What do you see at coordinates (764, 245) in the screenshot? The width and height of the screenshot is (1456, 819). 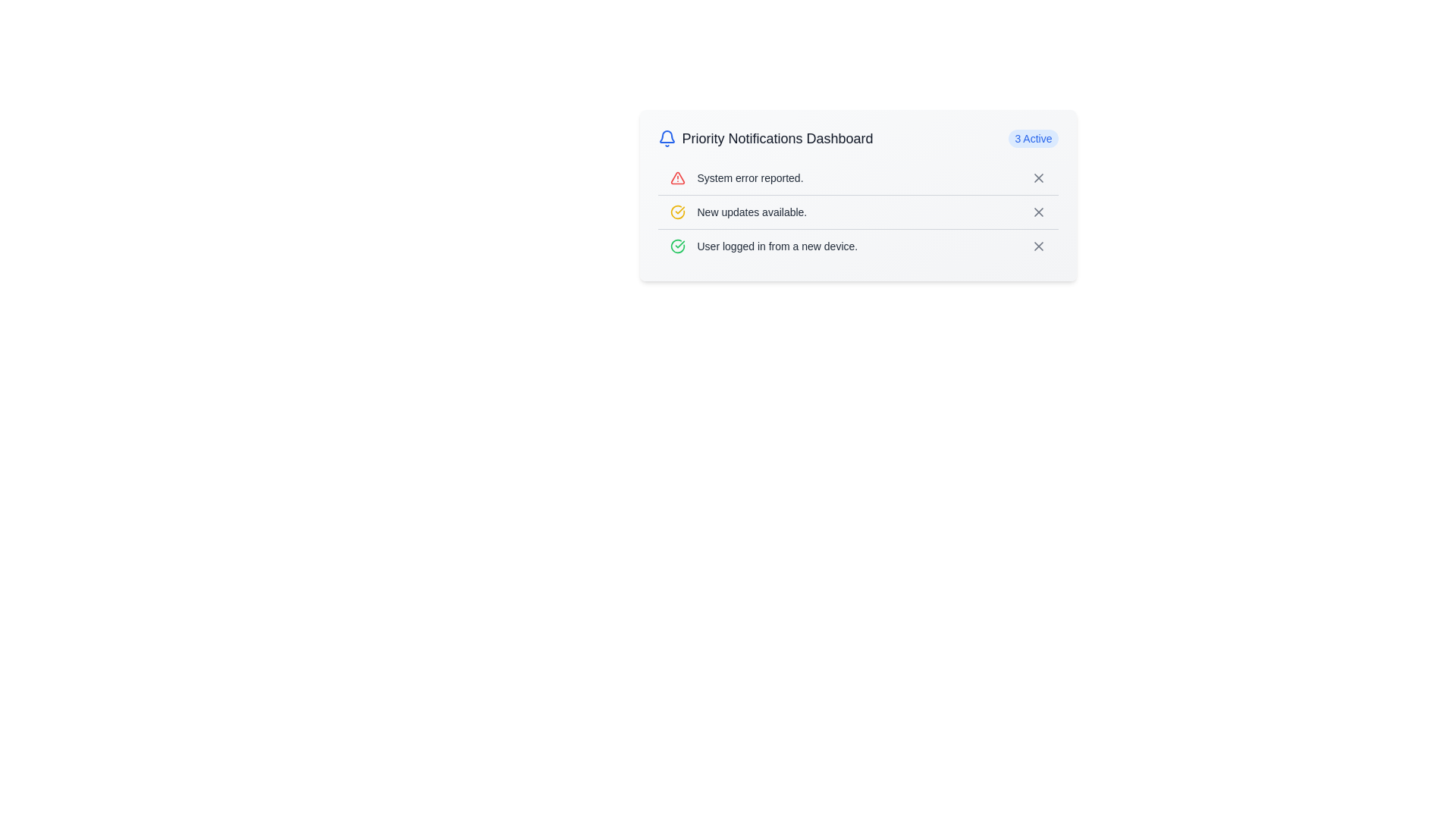 I see `notification message displayed in the third item of the 'Priority Notifications Dashboard' list, which indicates a user logging in from a new device` at bounding box center [764, 245].